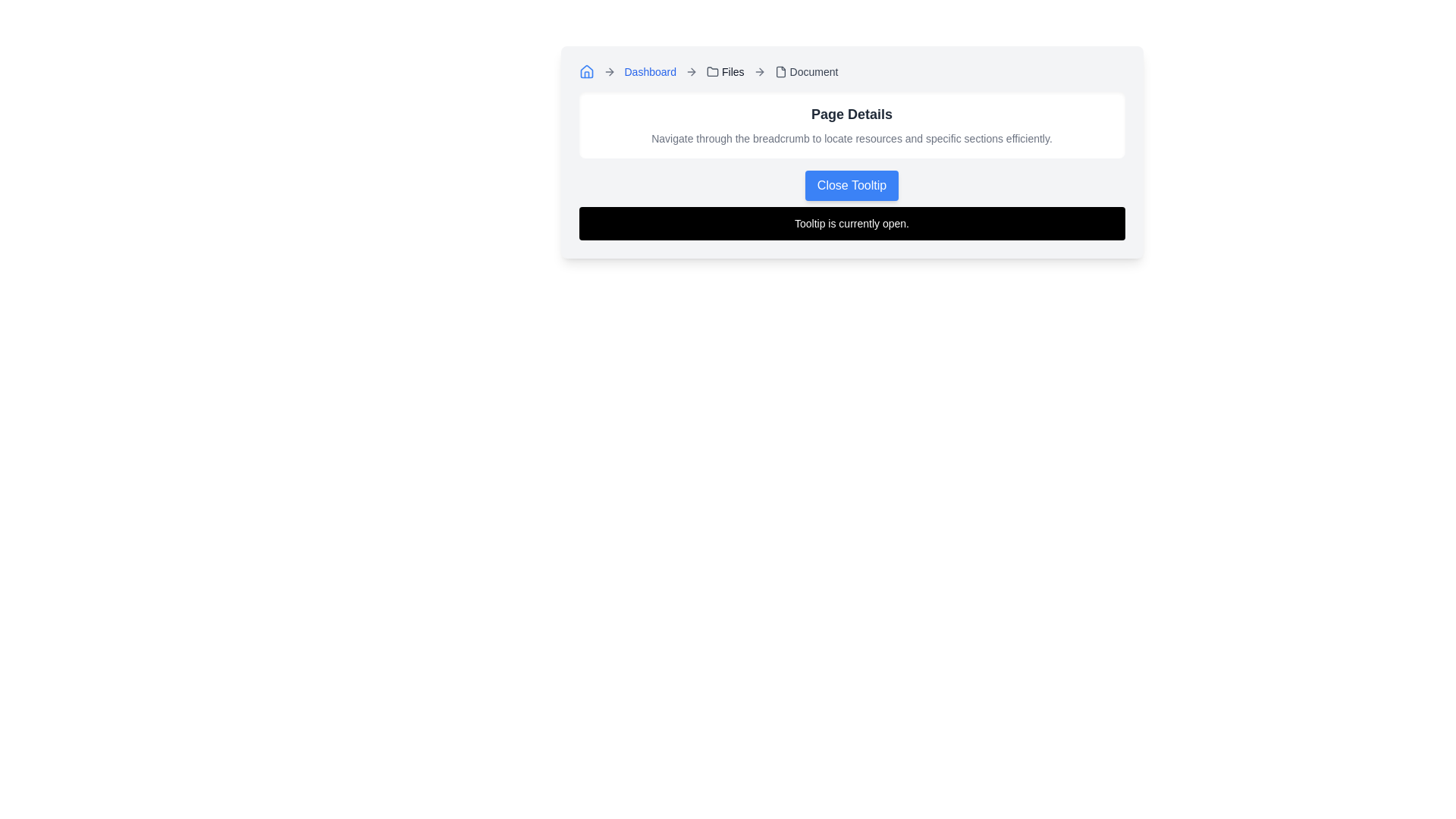  Describe the element at coordinates (780, 72) in the screenshot. I see `the document-shaped icon in the breadcrumb navigation, which is the fourth element after 'Dashboard,' 'Files,' and another icon` at that location.